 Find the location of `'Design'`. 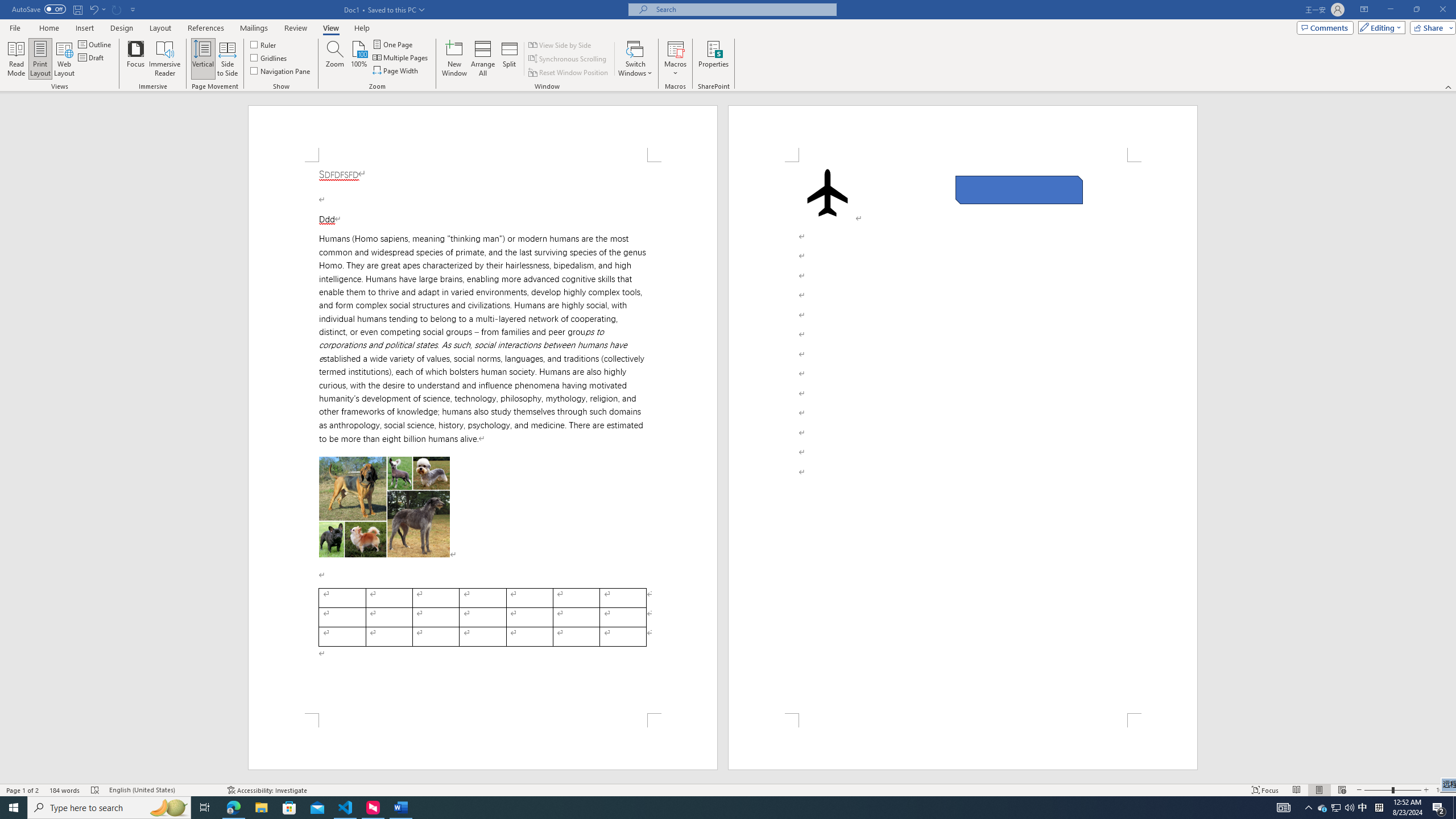

'Design' is located at coordinates (122, 28).